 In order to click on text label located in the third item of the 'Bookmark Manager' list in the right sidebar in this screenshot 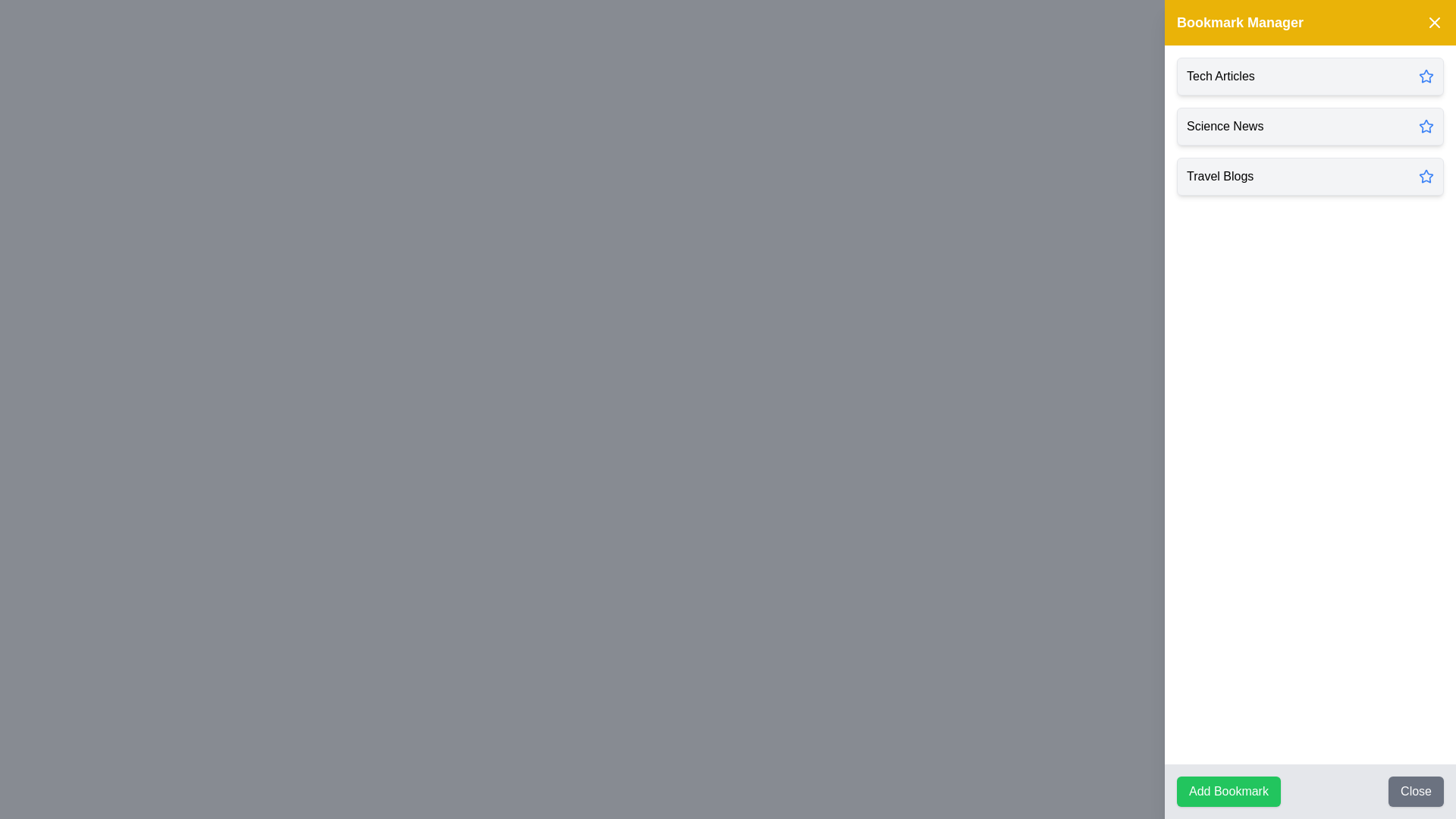, I will do `click(1220, 175)`.